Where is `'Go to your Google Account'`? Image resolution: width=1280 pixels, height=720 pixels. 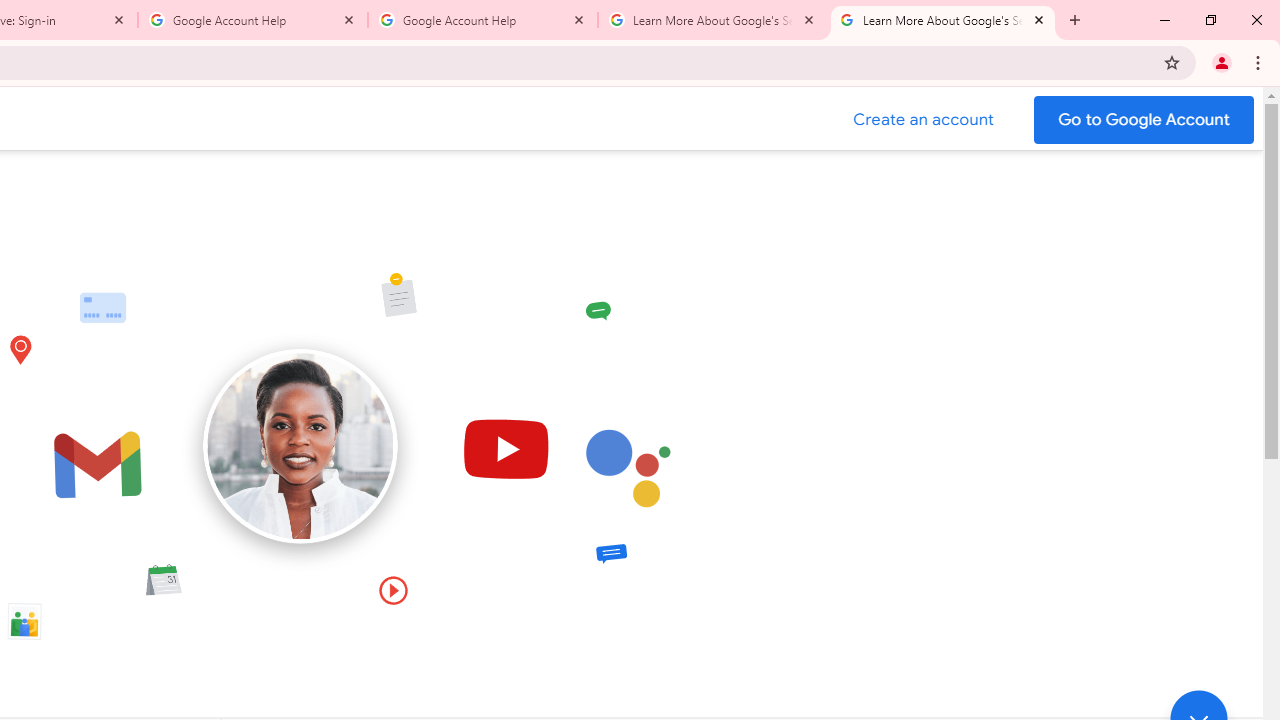
'Go to your Google Account' is located at coordinates (1144, 119).